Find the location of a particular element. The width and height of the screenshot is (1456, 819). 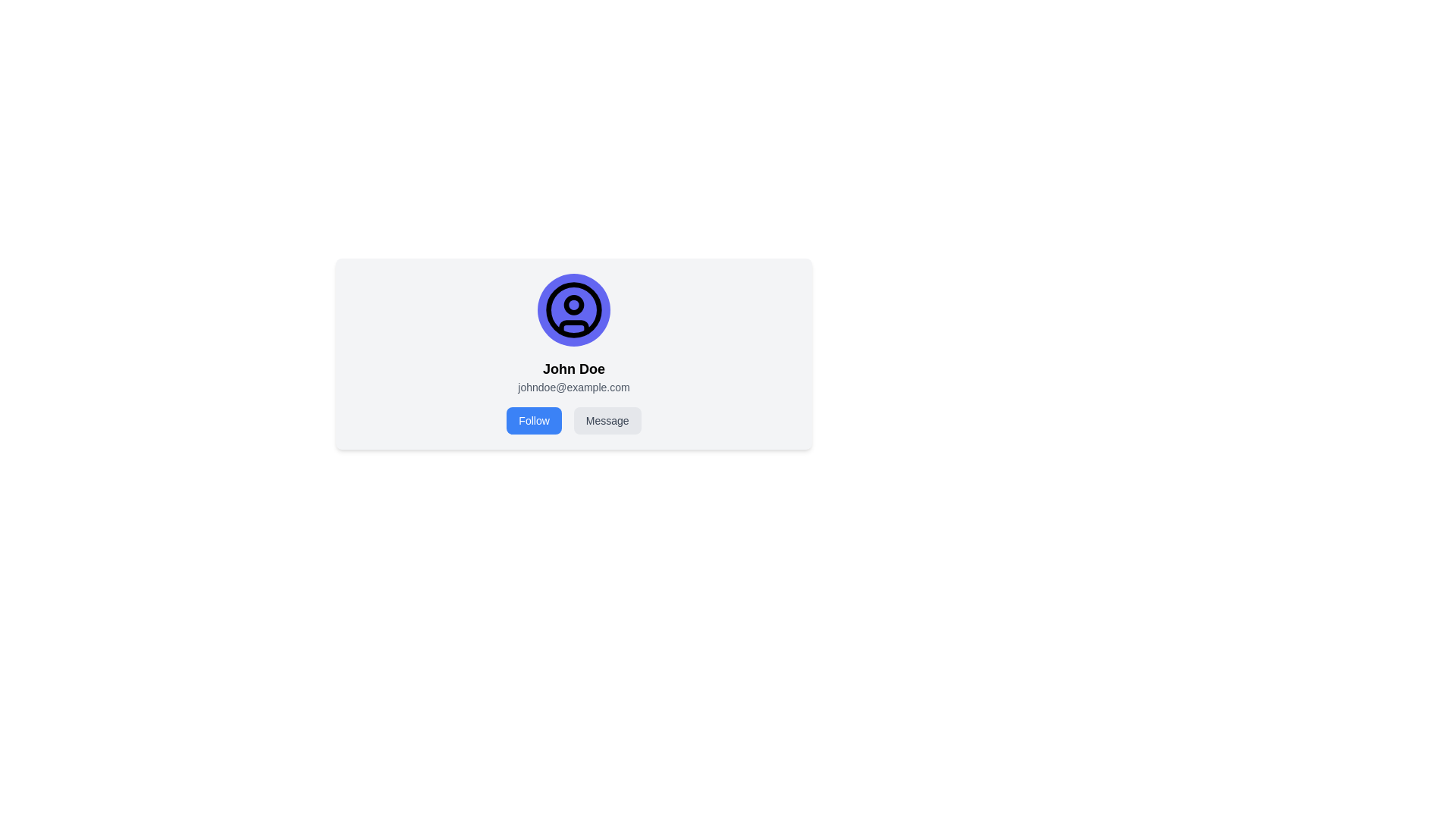

text label stating 'John Doe', which is styled in a bold and large font, located within a user profile card directly below the avatar icon is located at coordinates (573, 369).